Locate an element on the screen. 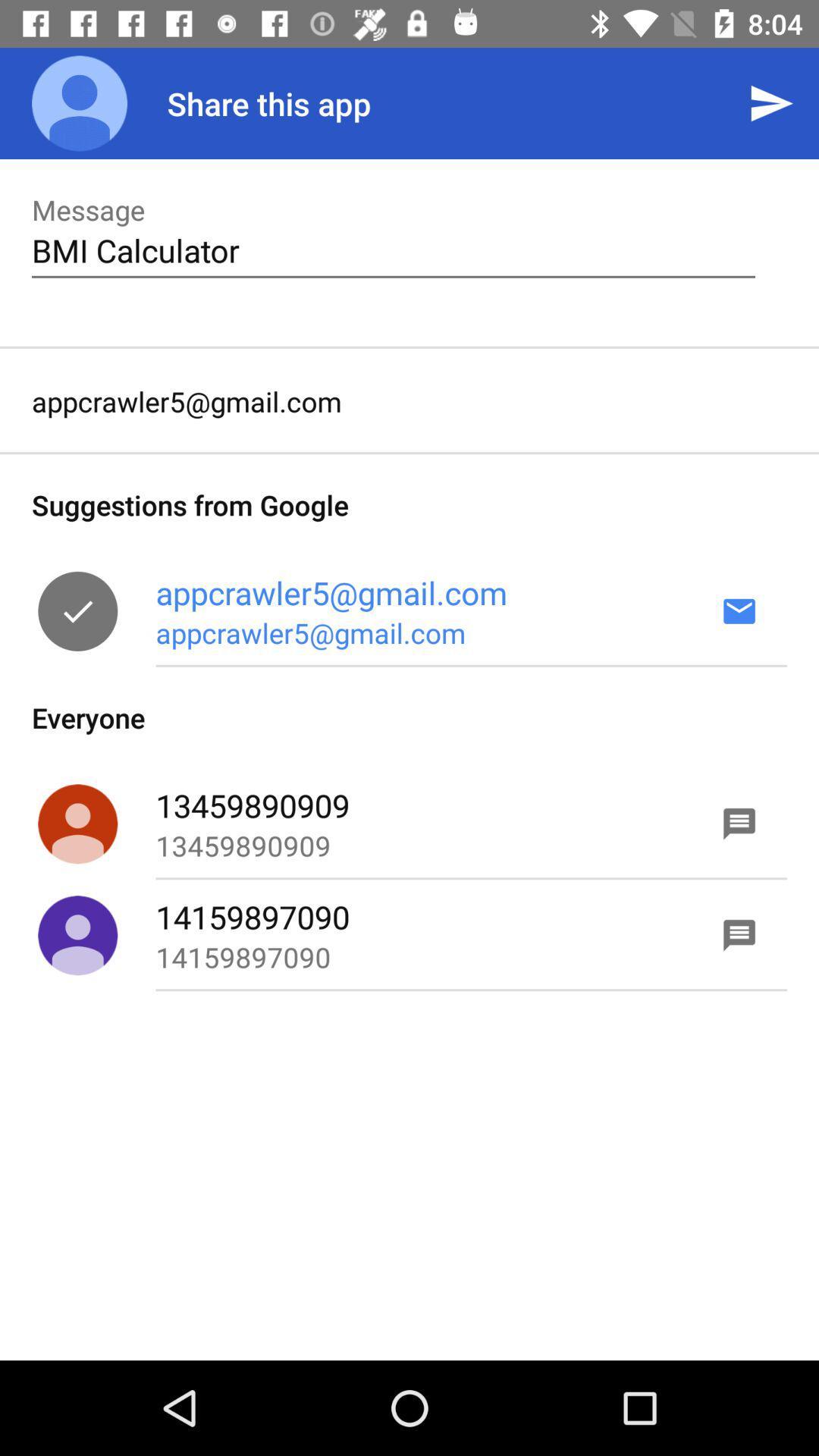  item next to share this app is located at coordinates (771, 102).